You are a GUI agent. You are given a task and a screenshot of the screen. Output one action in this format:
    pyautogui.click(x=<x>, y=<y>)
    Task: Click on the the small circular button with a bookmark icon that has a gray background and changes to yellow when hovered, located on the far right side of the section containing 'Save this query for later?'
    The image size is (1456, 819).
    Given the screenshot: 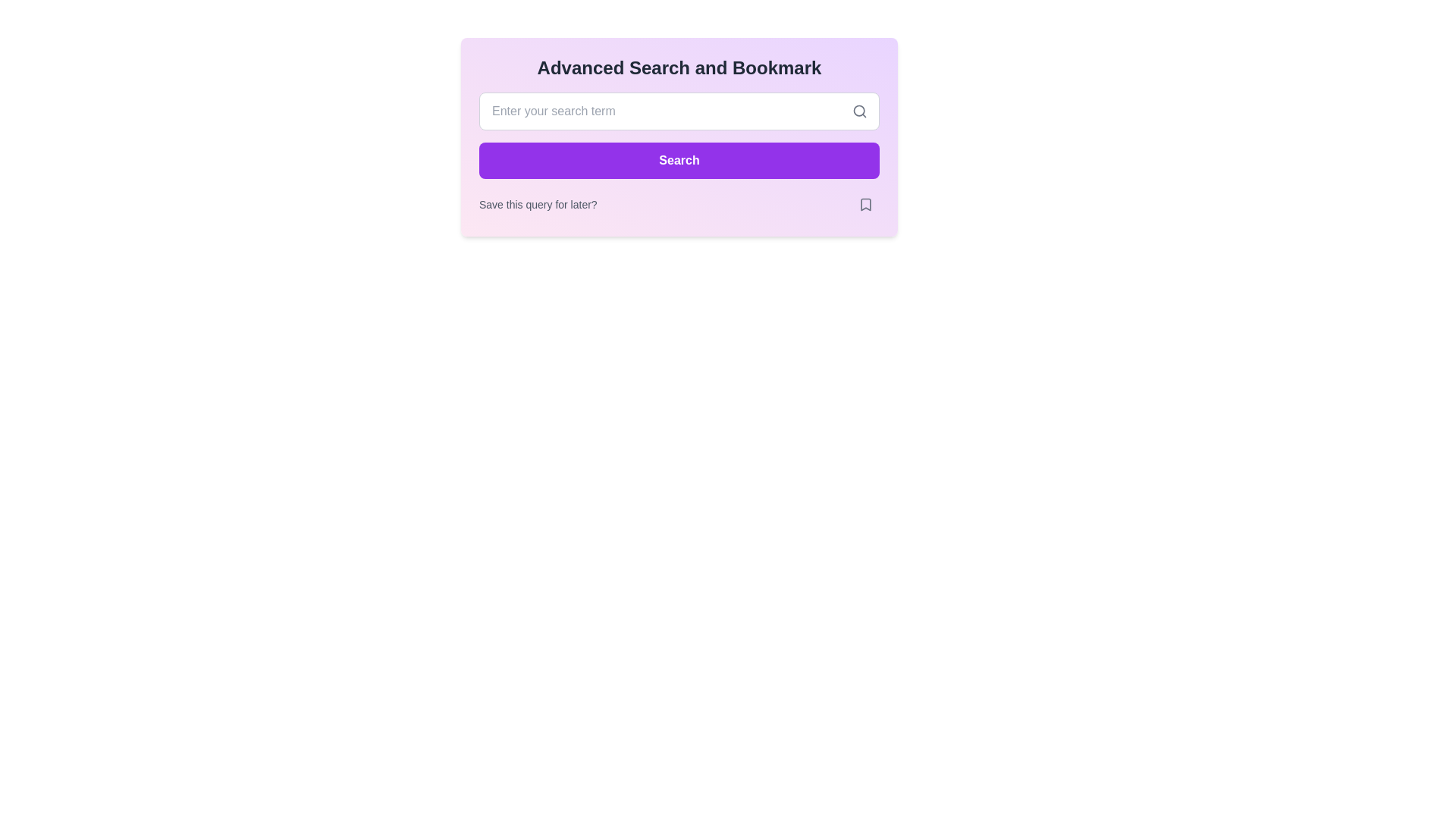 What is the action you would take?
    pyautogui.click(x=866, y=205)
    